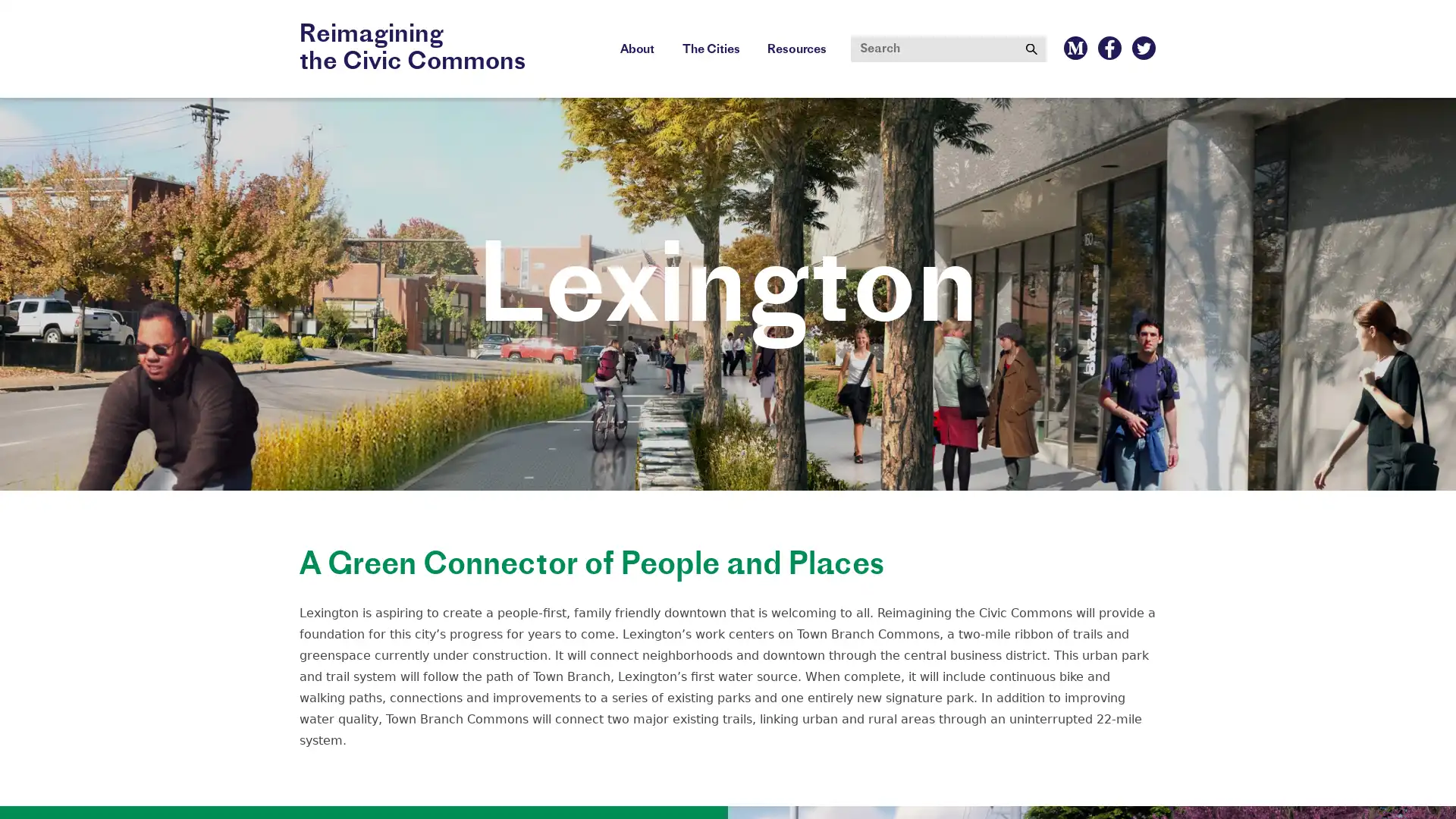 Image resolution: width=1456 pixels, height=819 pixels. What do you see at coordinates (1031, 48) in the screenshot?
I see `Submit` at bounding box center [1031, 48].